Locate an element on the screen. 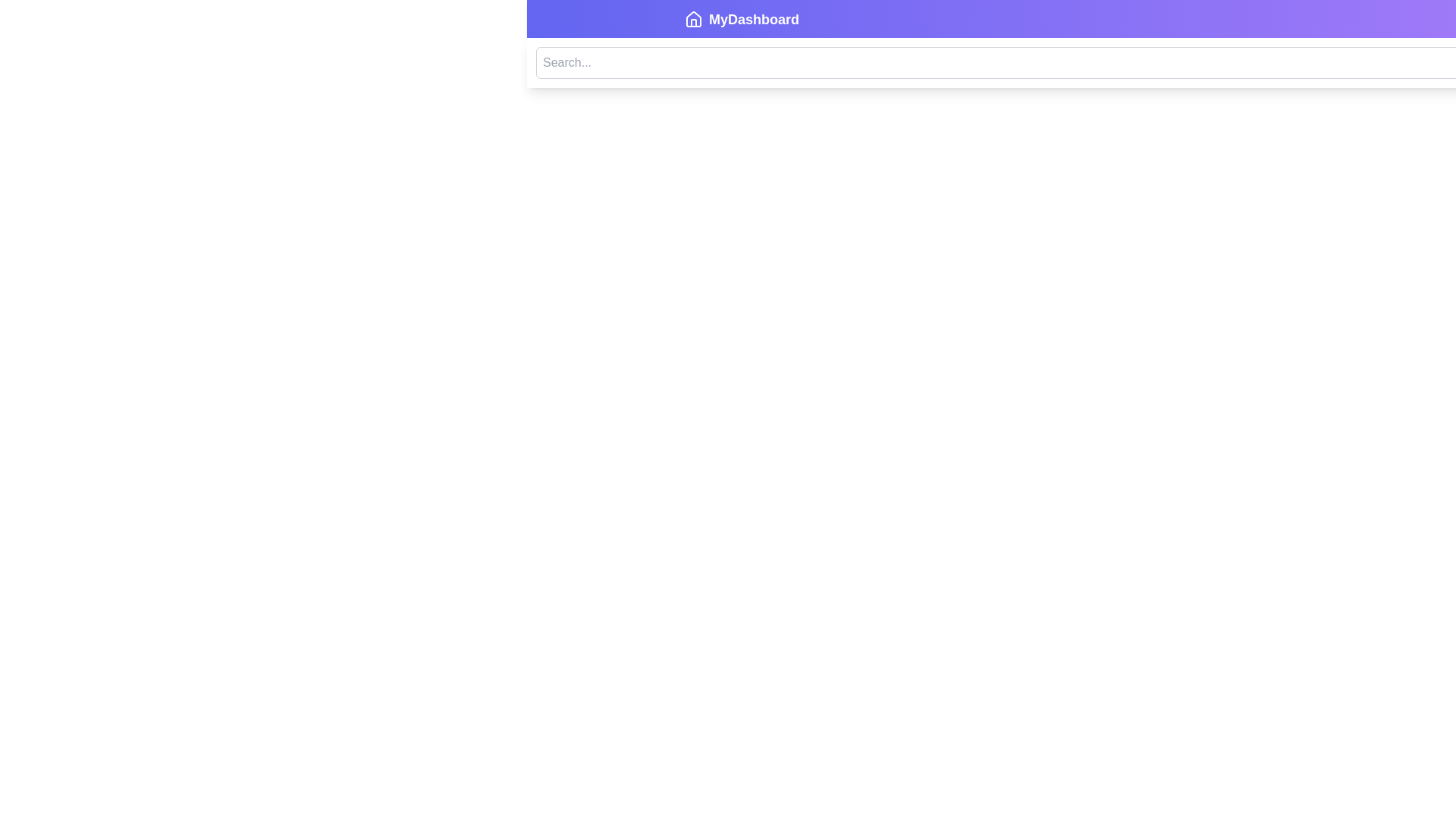 This screenshot has height=819, width=1456. the house-shaped SVG graphic icon located is located at coordinates (693, 18).